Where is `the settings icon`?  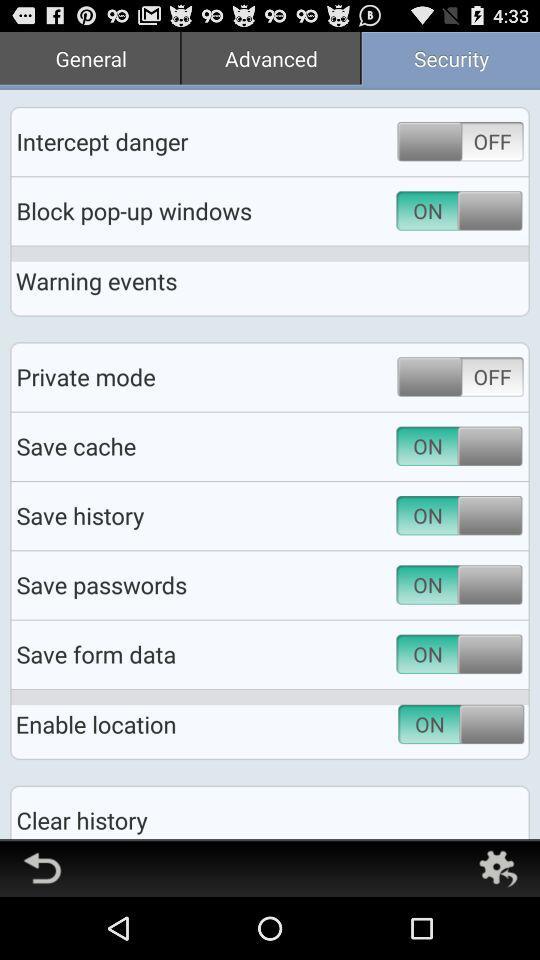 the settings icon is located at coordinates (496, 929).